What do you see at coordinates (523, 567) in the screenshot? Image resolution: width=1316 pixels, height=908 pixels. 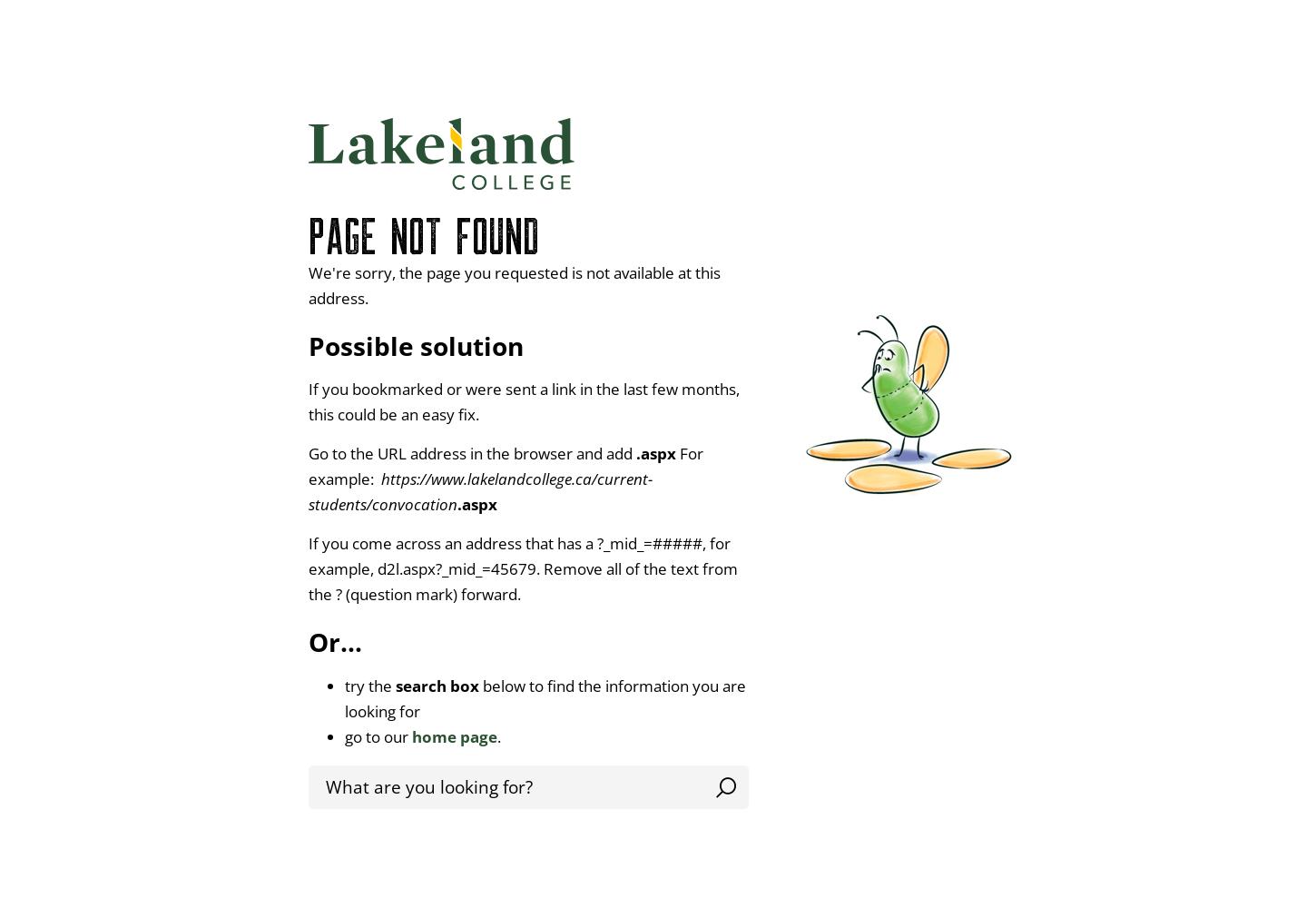 I see `'If you come across an address that has a ?_mid_=#####, for example, d2l.aspx?_mid_=45679. Remove all of the text from the ? (question mark) forward.'` at bounding box center [523, 567].